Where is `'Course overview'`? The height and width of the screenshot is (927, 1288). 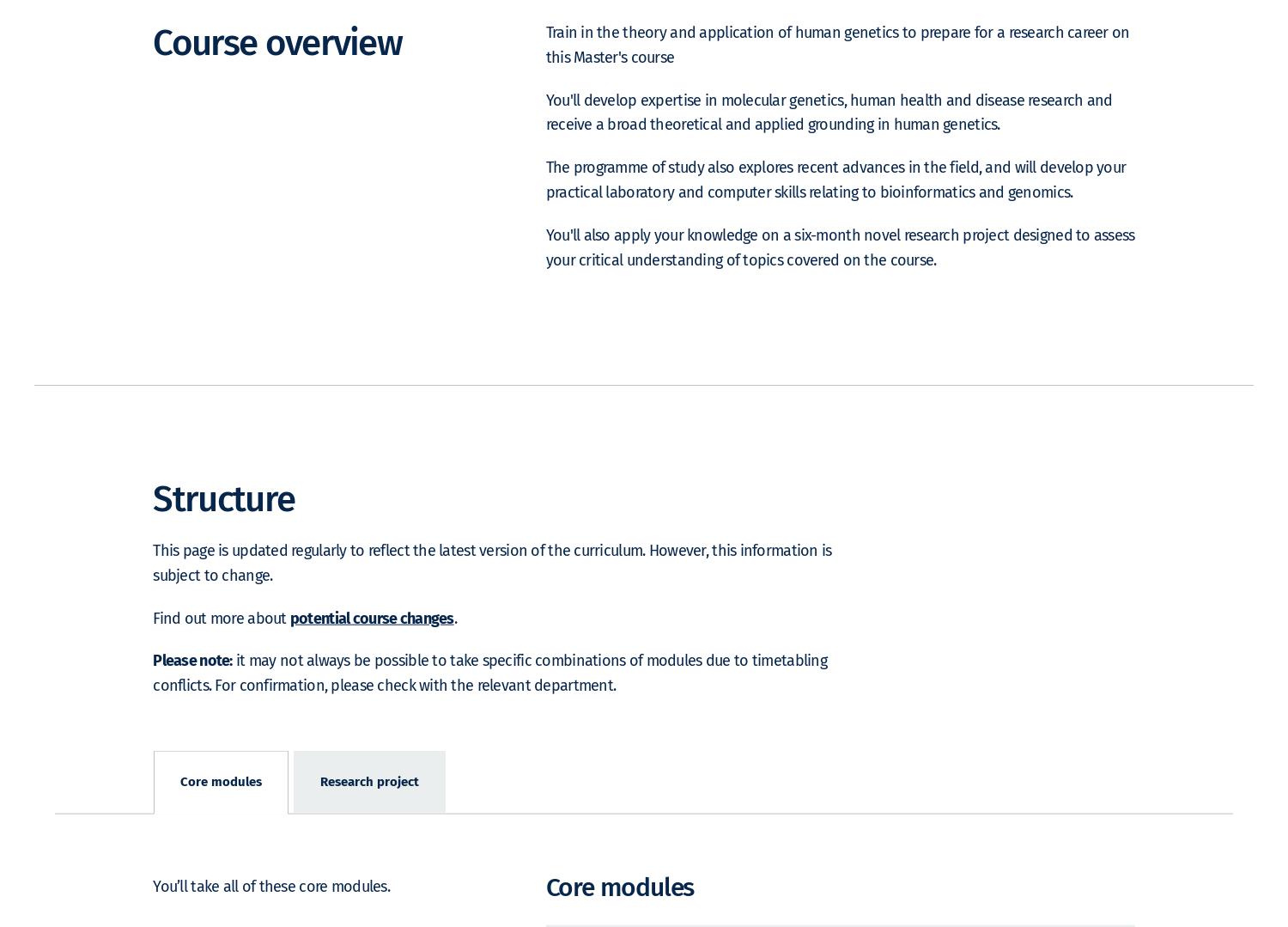
'Course overview' is located at coordinates (276, 66).